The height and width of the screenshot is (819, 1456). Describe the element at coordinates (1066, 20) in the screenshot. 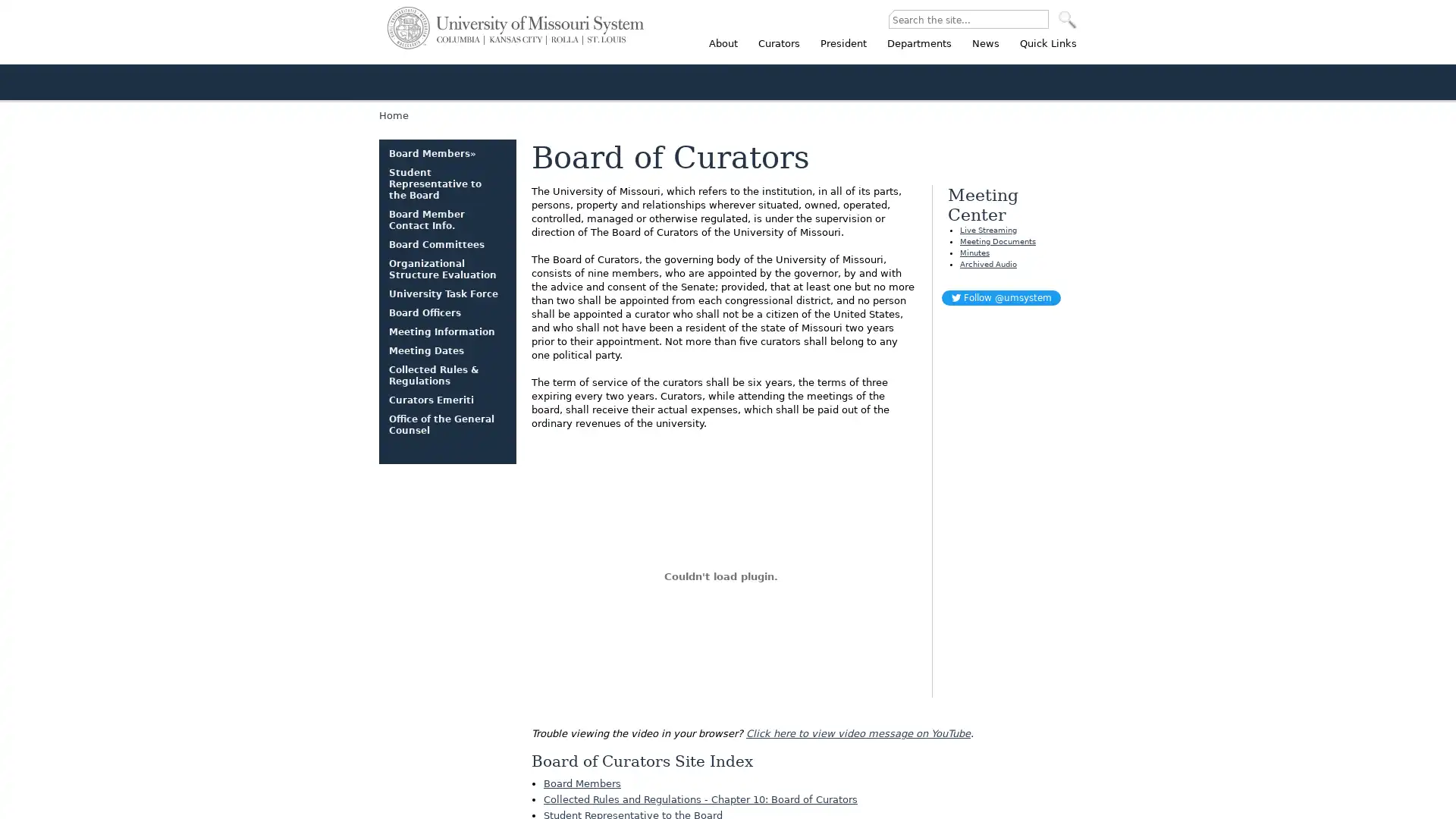

I see `SEARCH` at that location.